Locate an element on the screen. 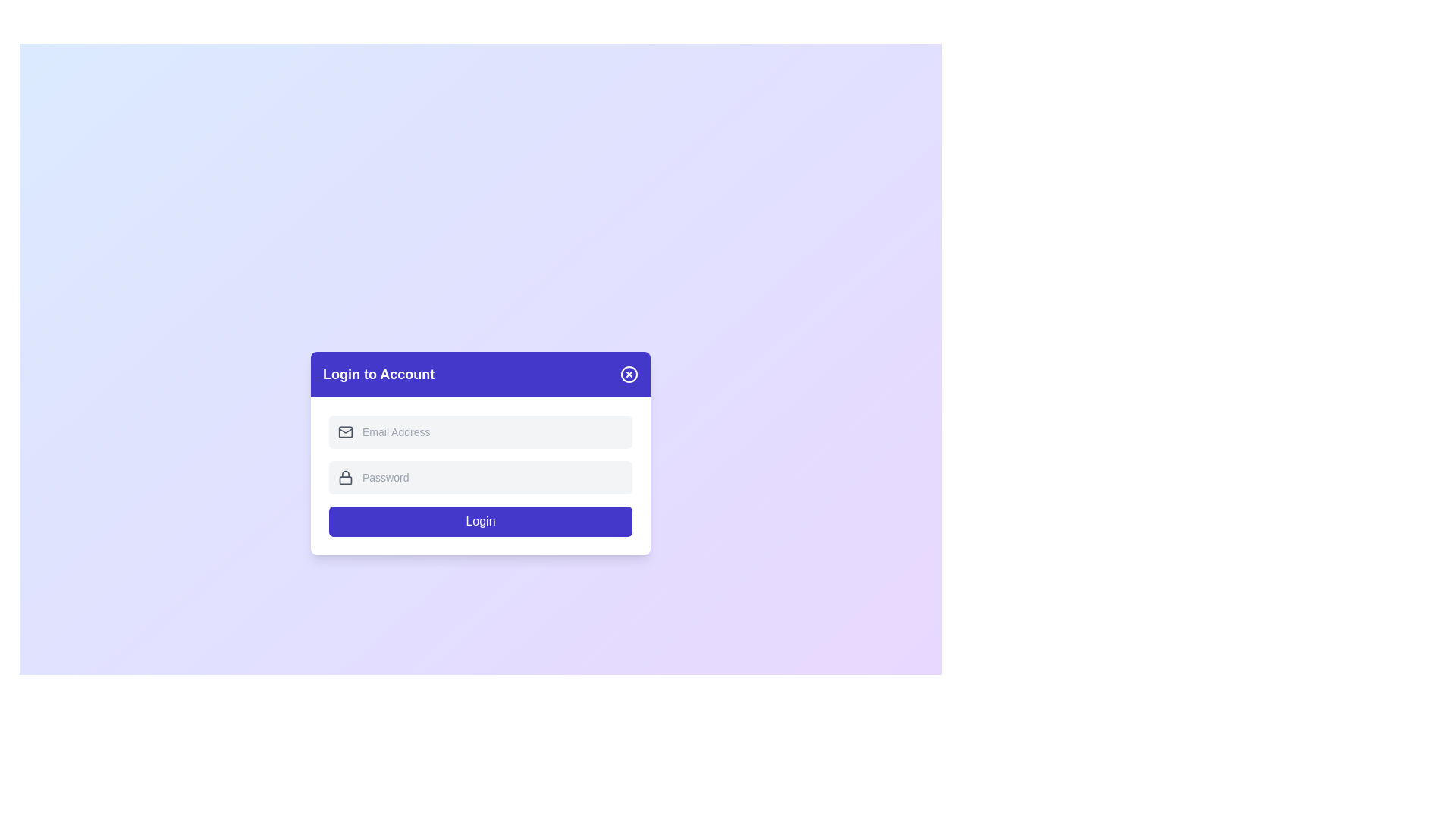  the 'Login' button to submit the form is located at coordinates (479, 520).